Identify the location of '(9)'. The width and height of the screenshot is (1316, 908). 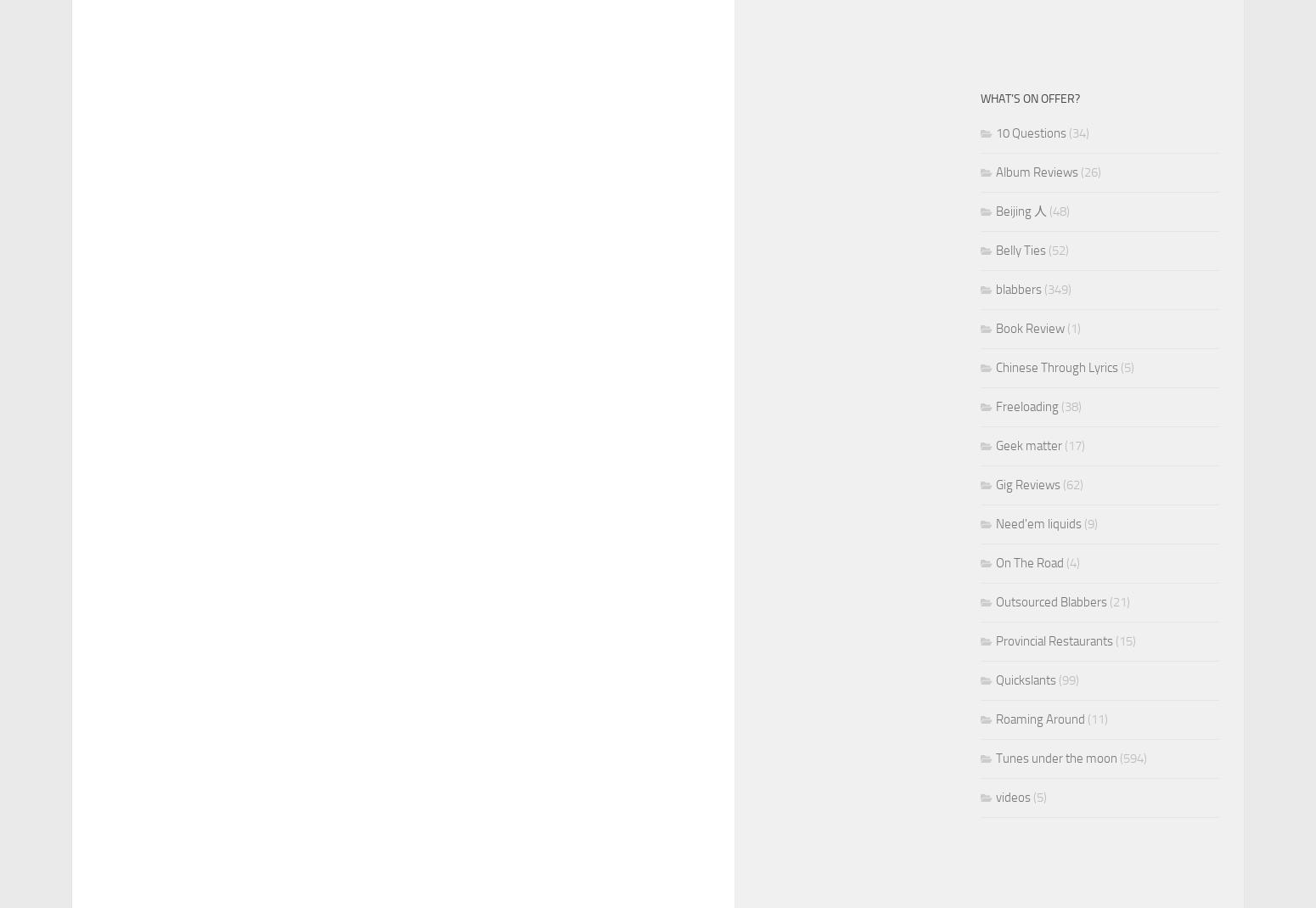
(1088, 524).